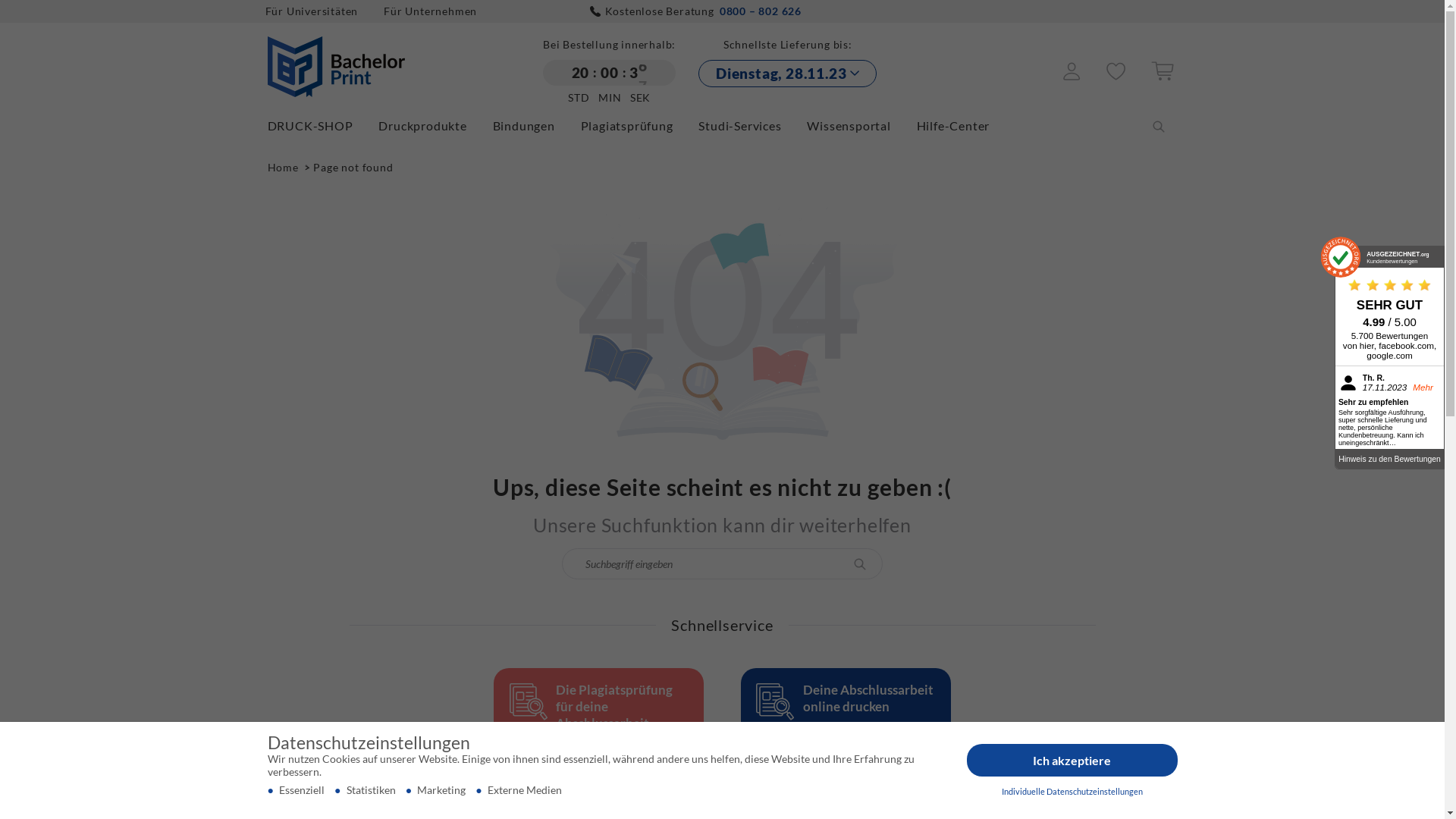  I want to click on 'Druckprodukte', so click(378, 124).